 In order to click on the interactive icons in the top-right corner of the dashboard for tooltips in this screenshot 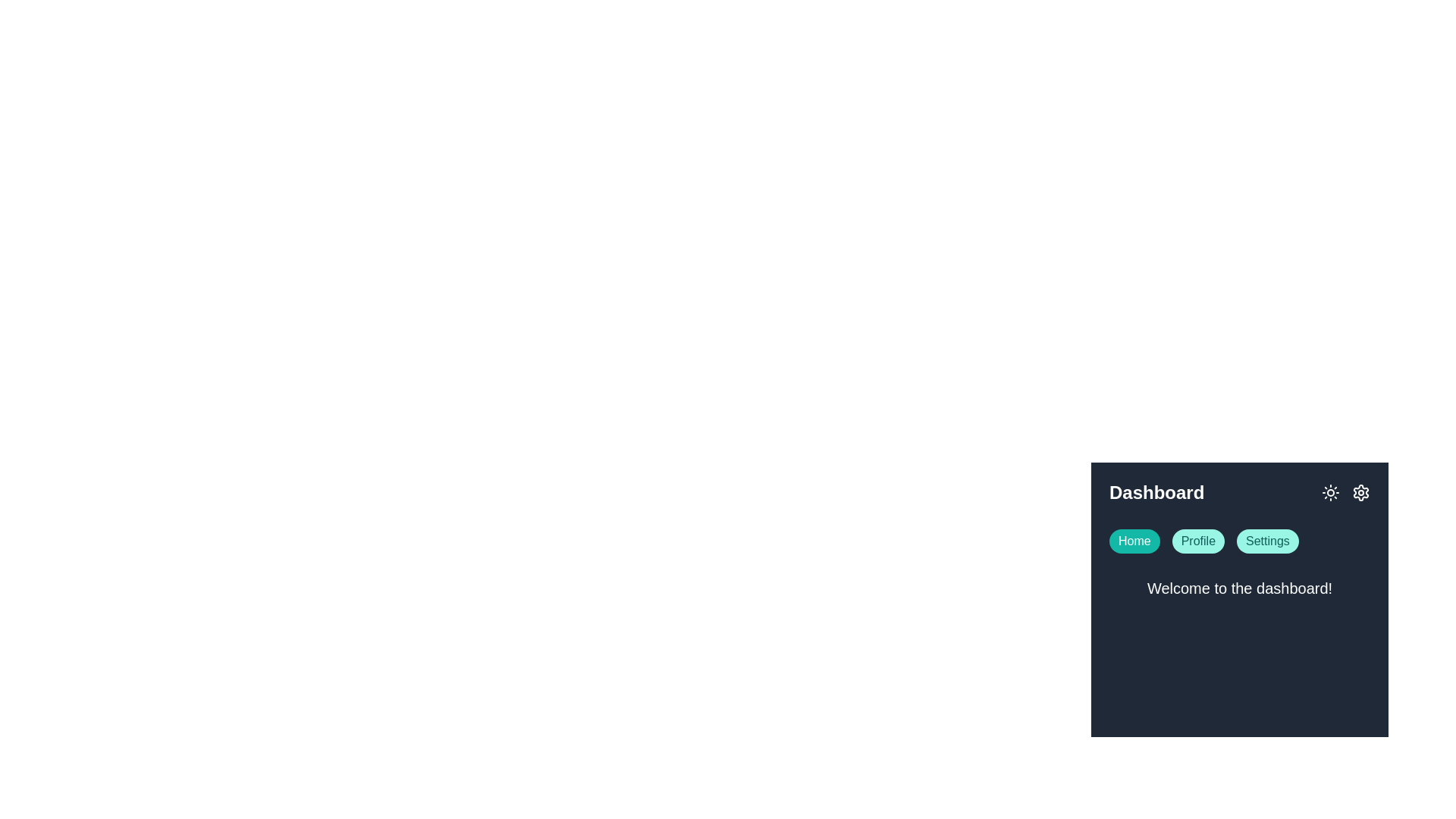, I will do `click(1346, 493)`.